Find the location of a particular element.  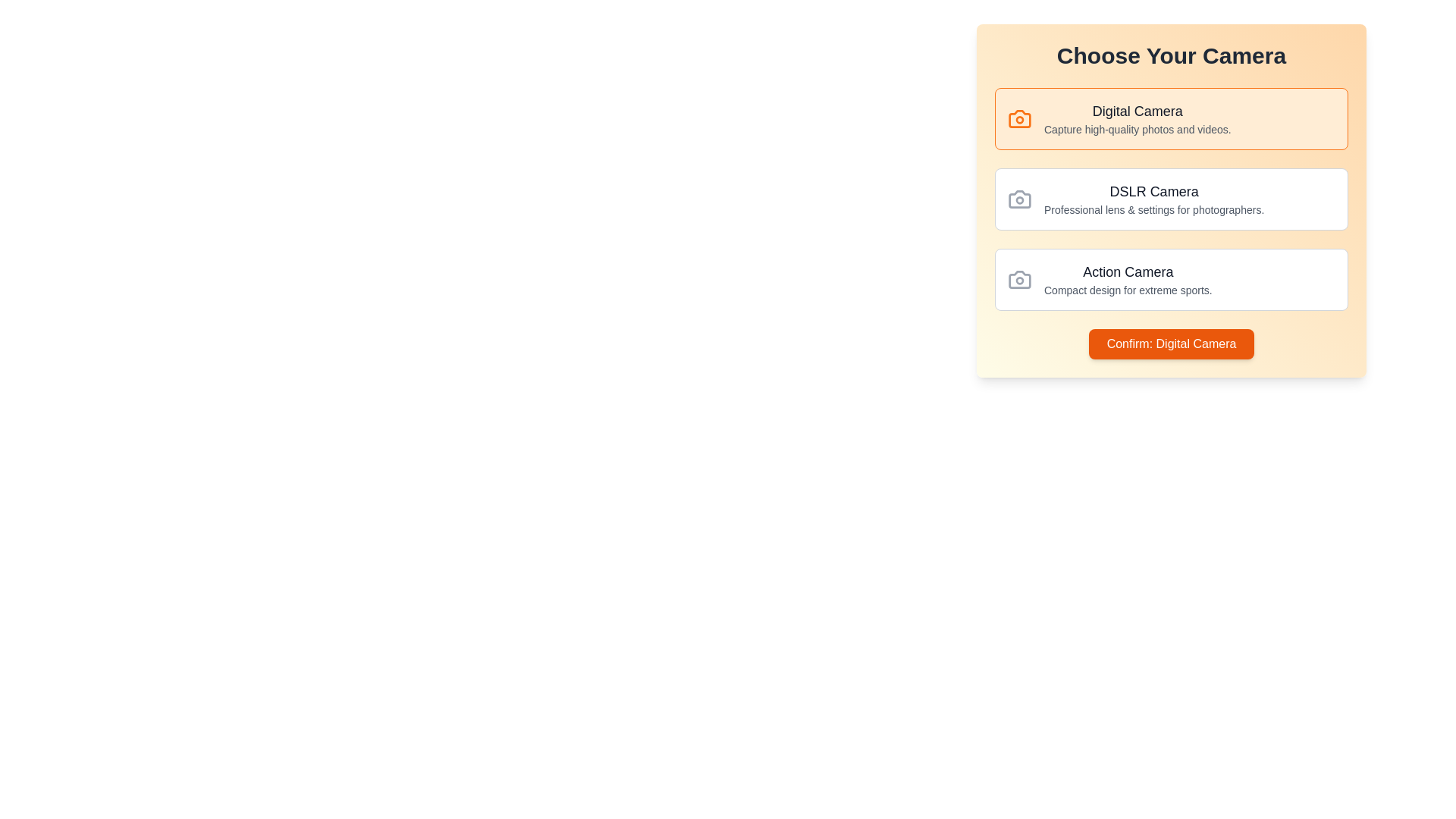

the 'Action Camera' icon, which is the third option in the list of camera types and is positioned on the left side of the associated descriptive text is located at coordinates (1019, 280).